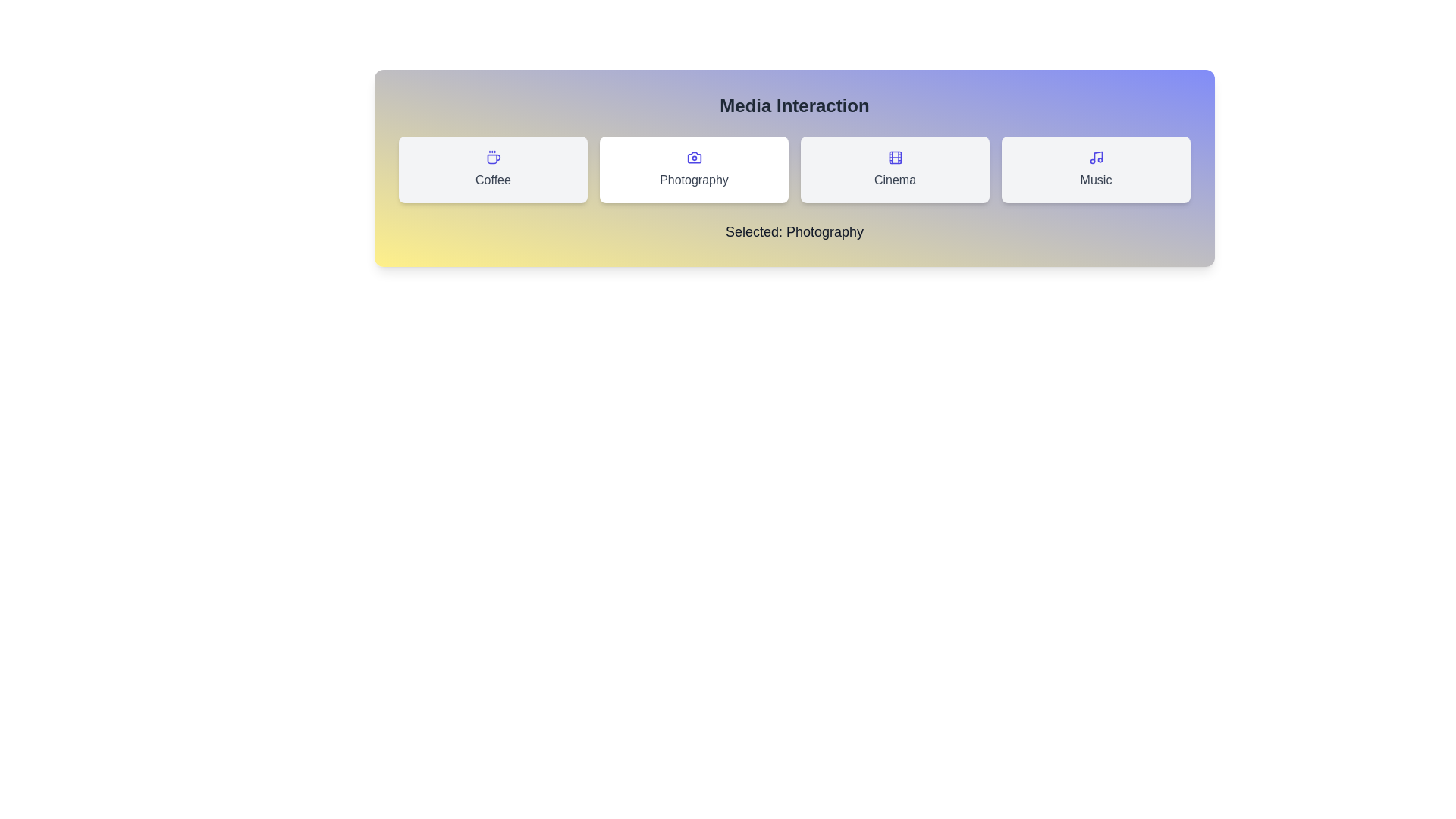 Image resolution: width=1456 pixels, height=819 pixels. I want to click on the 'Cinema' text element, which is displayed in medium gray font within a rounded card below a grid icon, centrally aligned at the bottom of the third card in a horizontal list of four cards, so click(895, 180).